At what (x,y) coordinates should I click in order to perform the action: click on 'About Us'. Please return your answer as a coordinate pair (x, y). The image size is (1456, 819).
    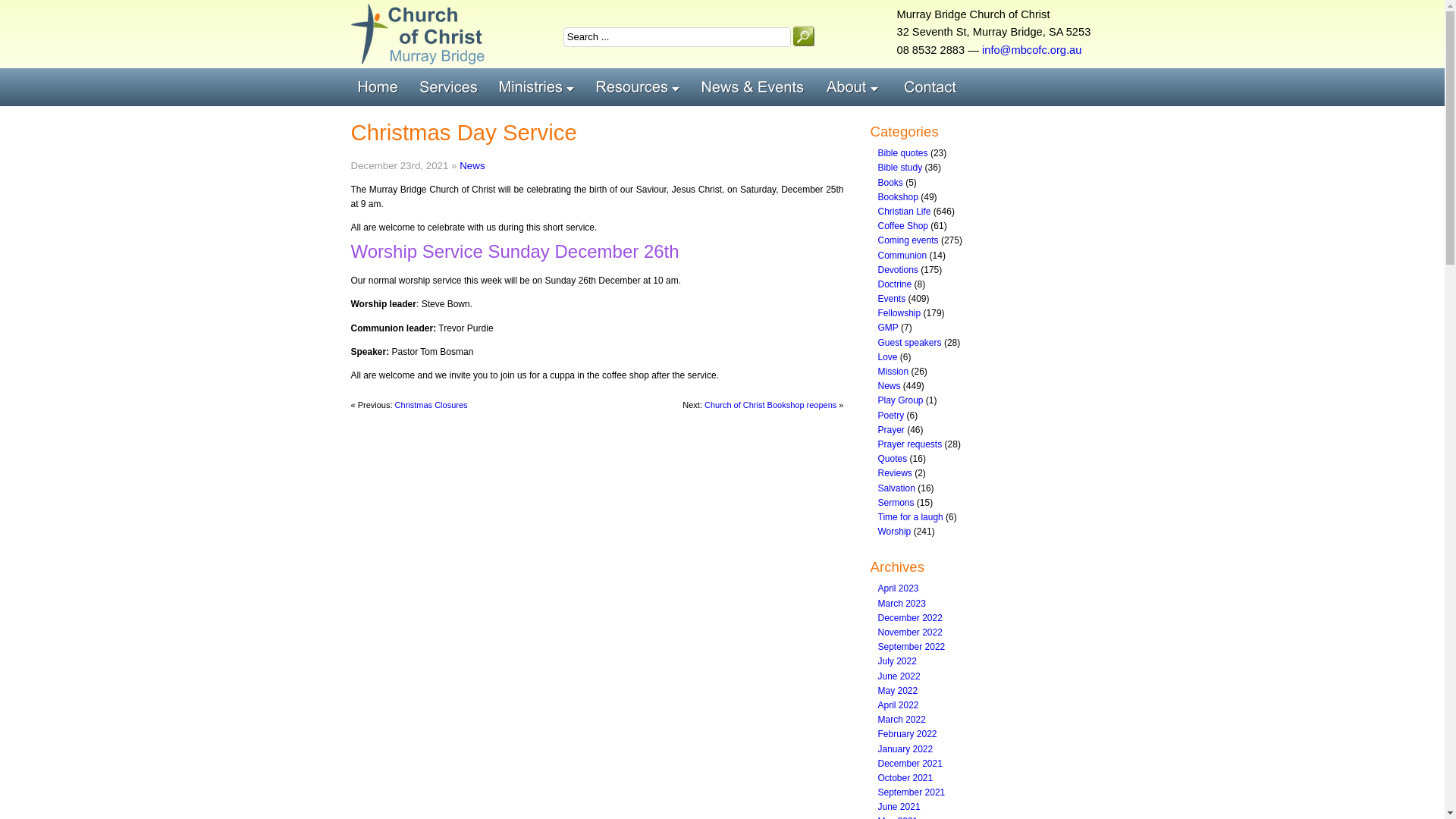
    Looking at the image, I should click on (858, 87).